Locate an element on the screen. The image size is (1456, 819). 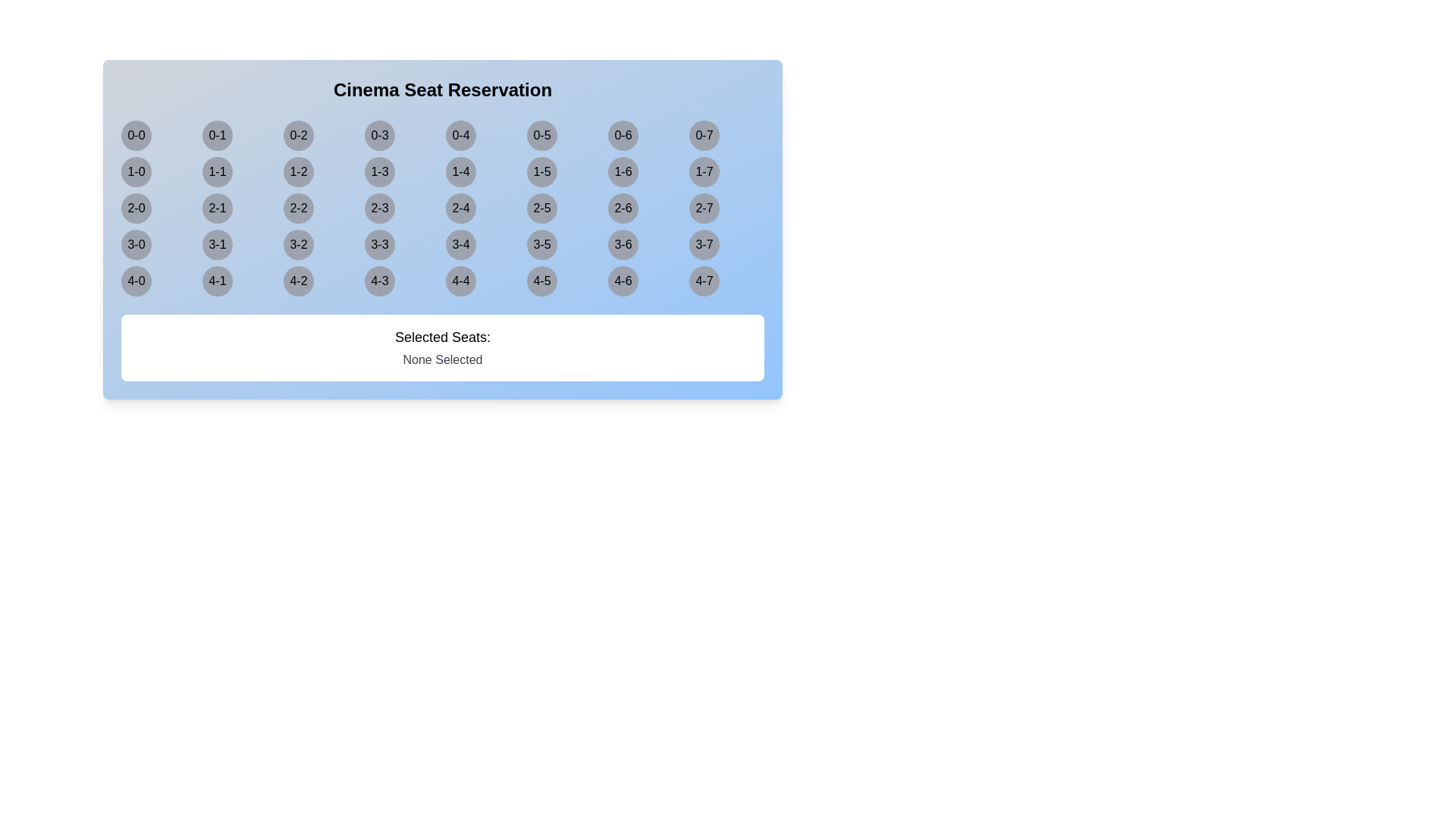
the selectable option button located in the fifth row and first column of the grid to observe the hover effect is located at coordinates (136, 281).